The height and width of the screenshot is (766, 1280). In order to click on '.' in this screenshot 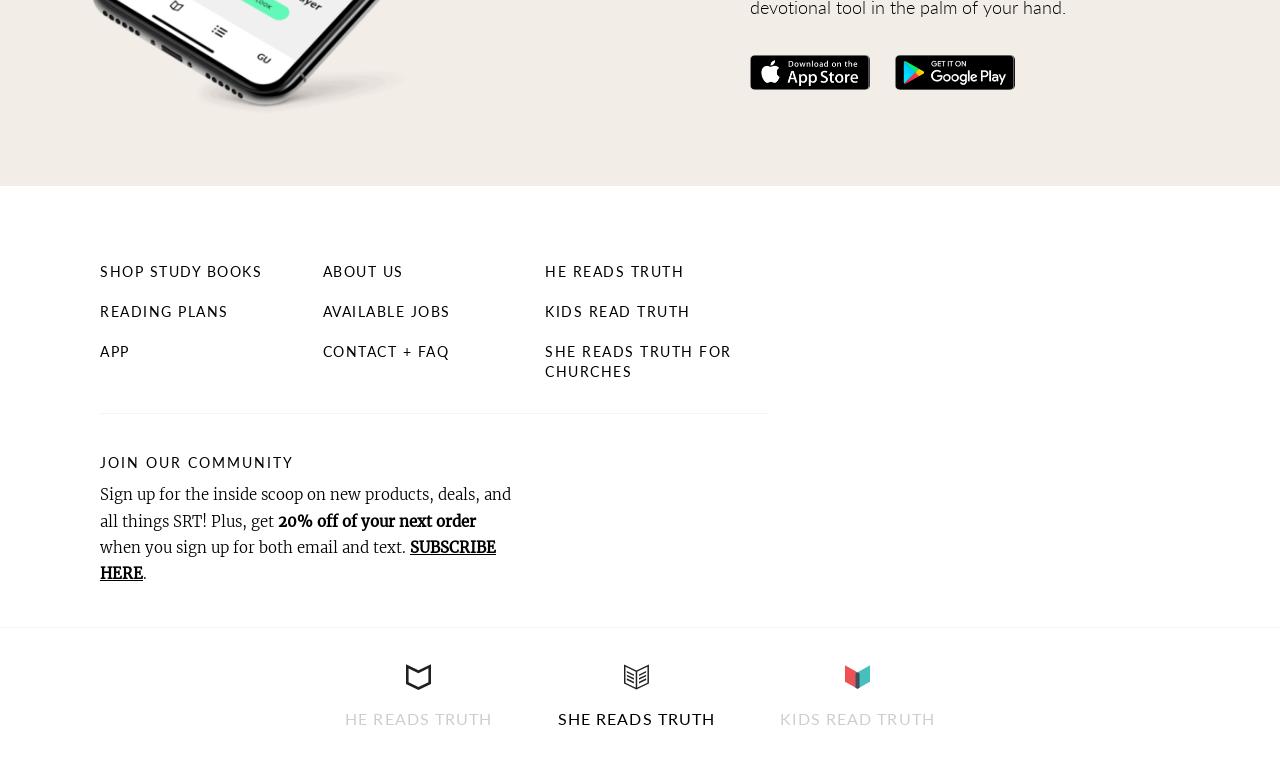, I will do `click(144, 572)`.